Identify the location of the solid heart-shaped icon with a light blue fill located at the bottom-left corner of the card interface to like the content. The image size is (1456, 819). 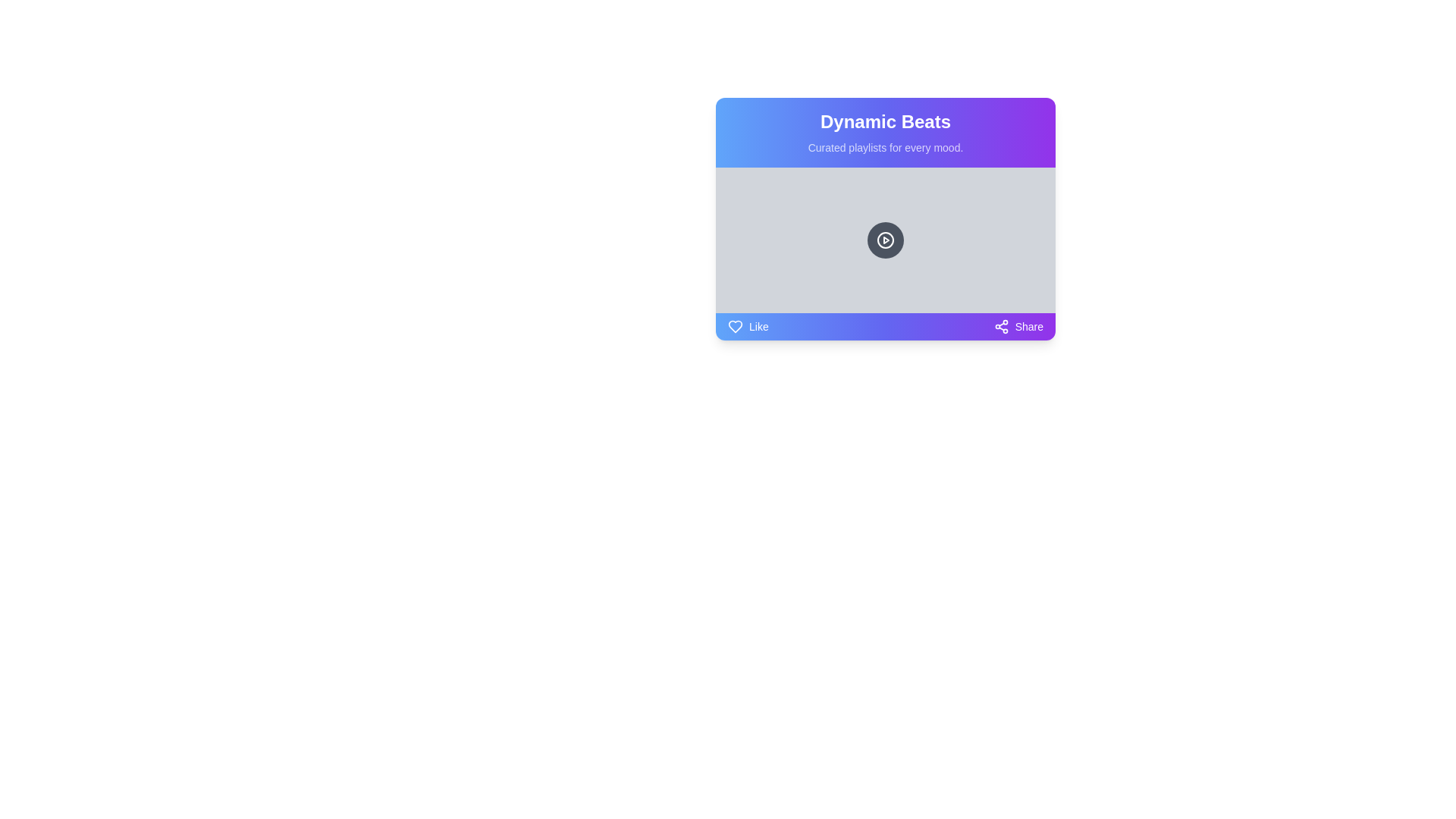
(735, 326).